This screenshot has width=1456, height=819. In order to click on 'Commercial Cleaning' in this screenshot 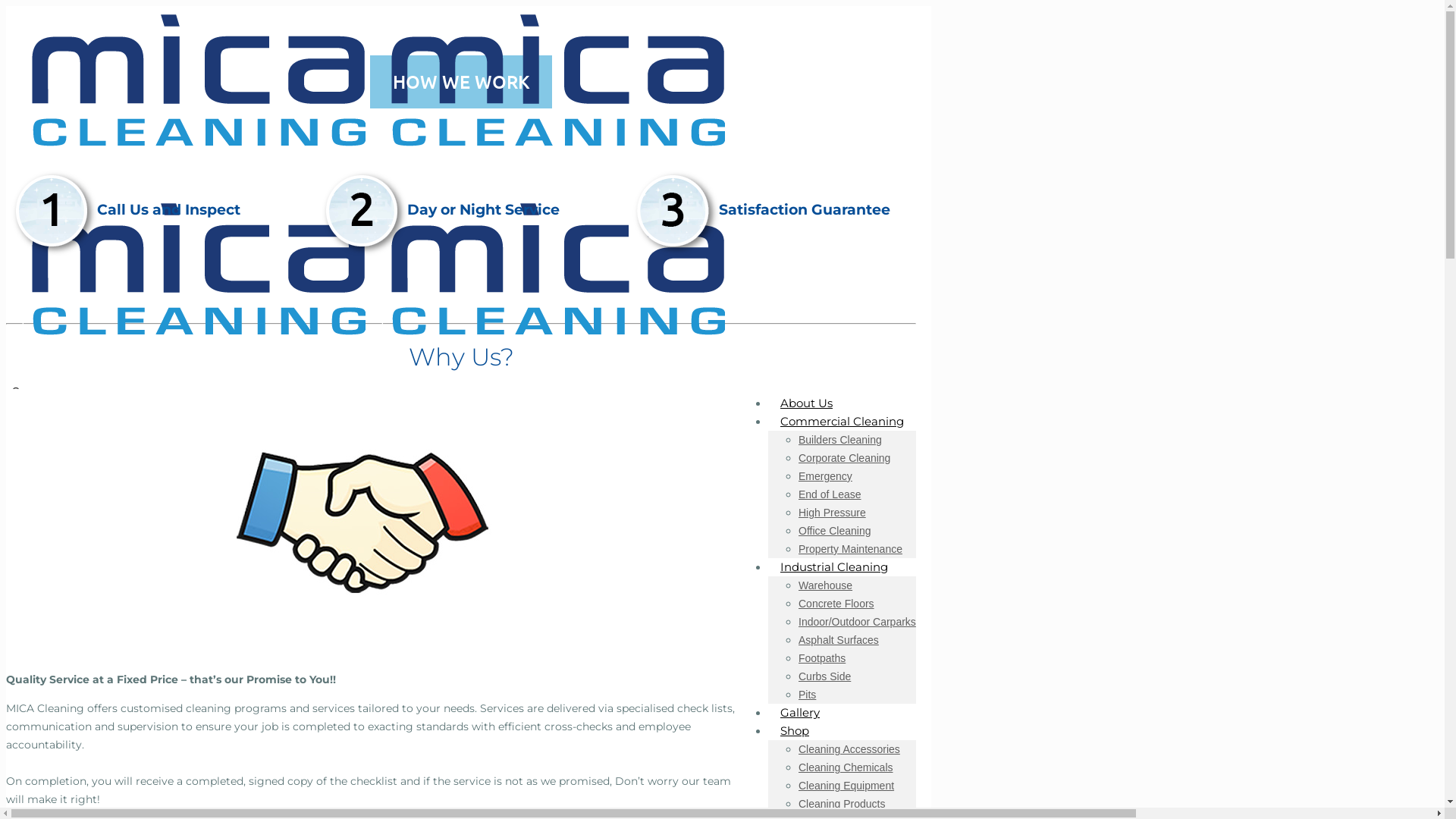, I will do `click(841, 421)`.